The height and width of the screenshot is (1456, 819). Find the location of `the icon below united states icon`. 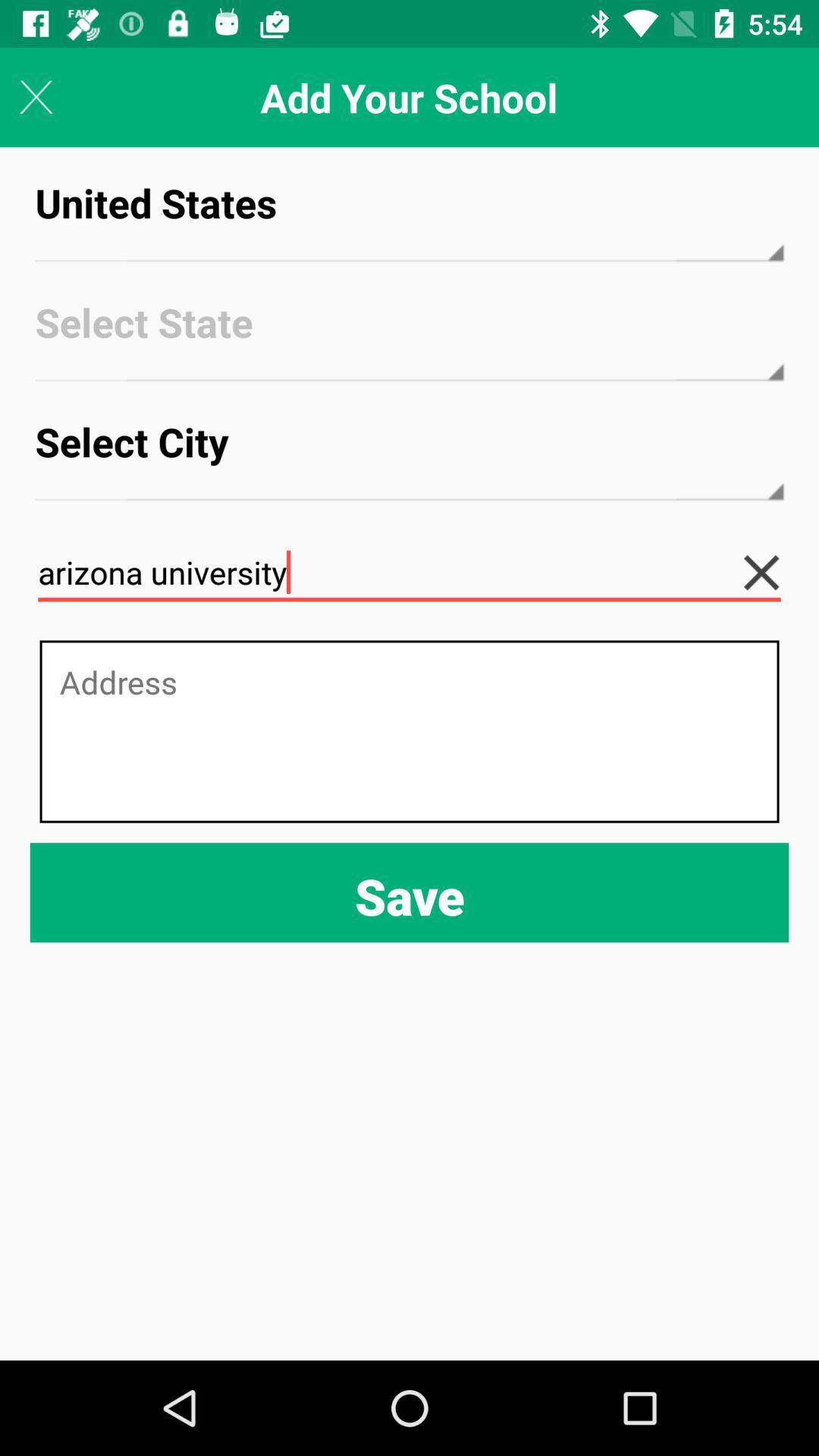

the icon below united states icon is located at coordinates (409, 335).